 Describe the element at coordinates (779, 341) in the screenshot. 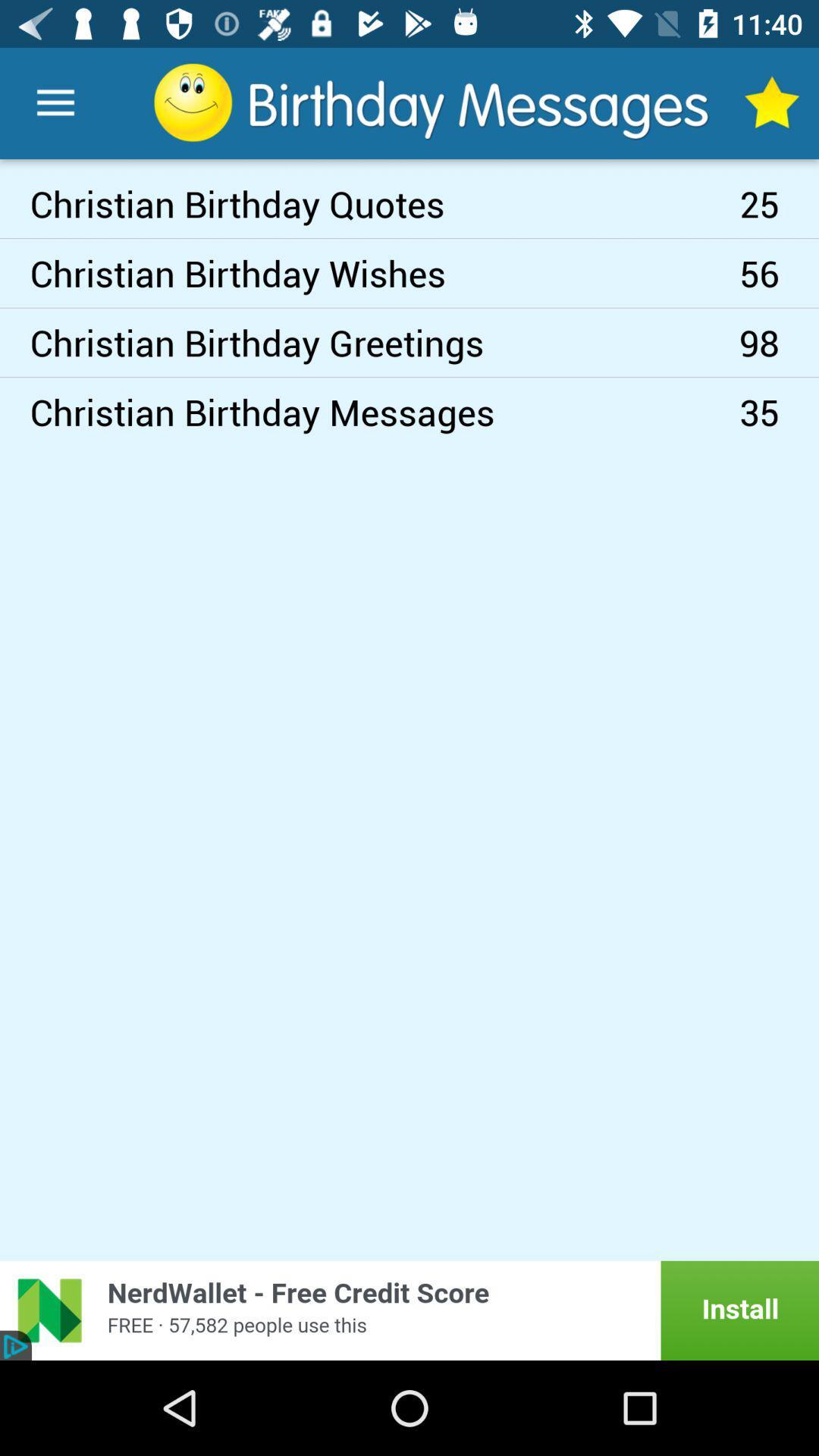

I see `the icon next to the christian birthday messages item` at that location.